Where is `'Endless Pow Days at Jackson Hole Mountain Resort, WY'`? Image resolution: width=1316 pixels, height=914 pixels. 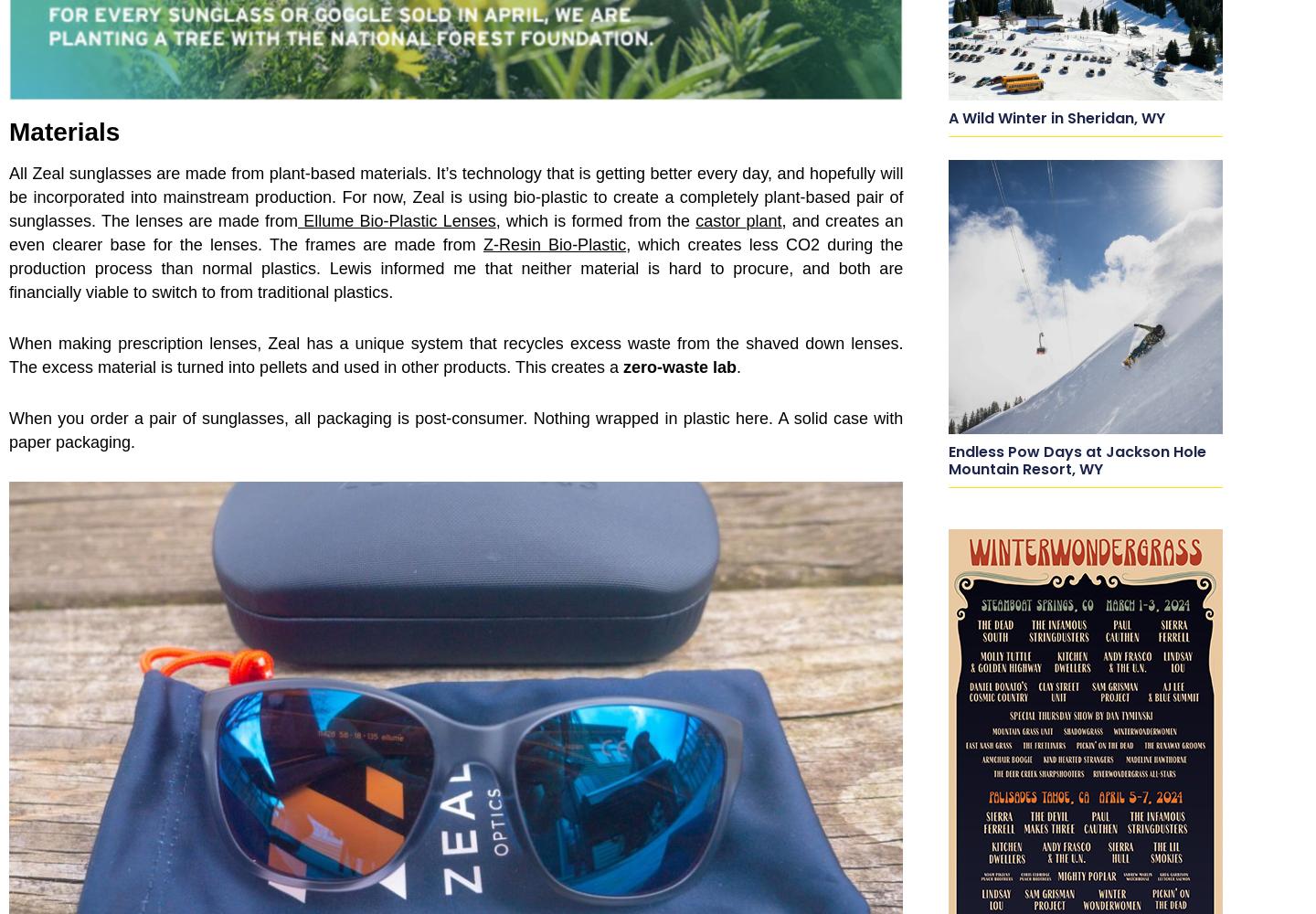
'Endless Pow Days at Jackson Hole Mountain Resort, WY' is located at coordinates (1077, 460).